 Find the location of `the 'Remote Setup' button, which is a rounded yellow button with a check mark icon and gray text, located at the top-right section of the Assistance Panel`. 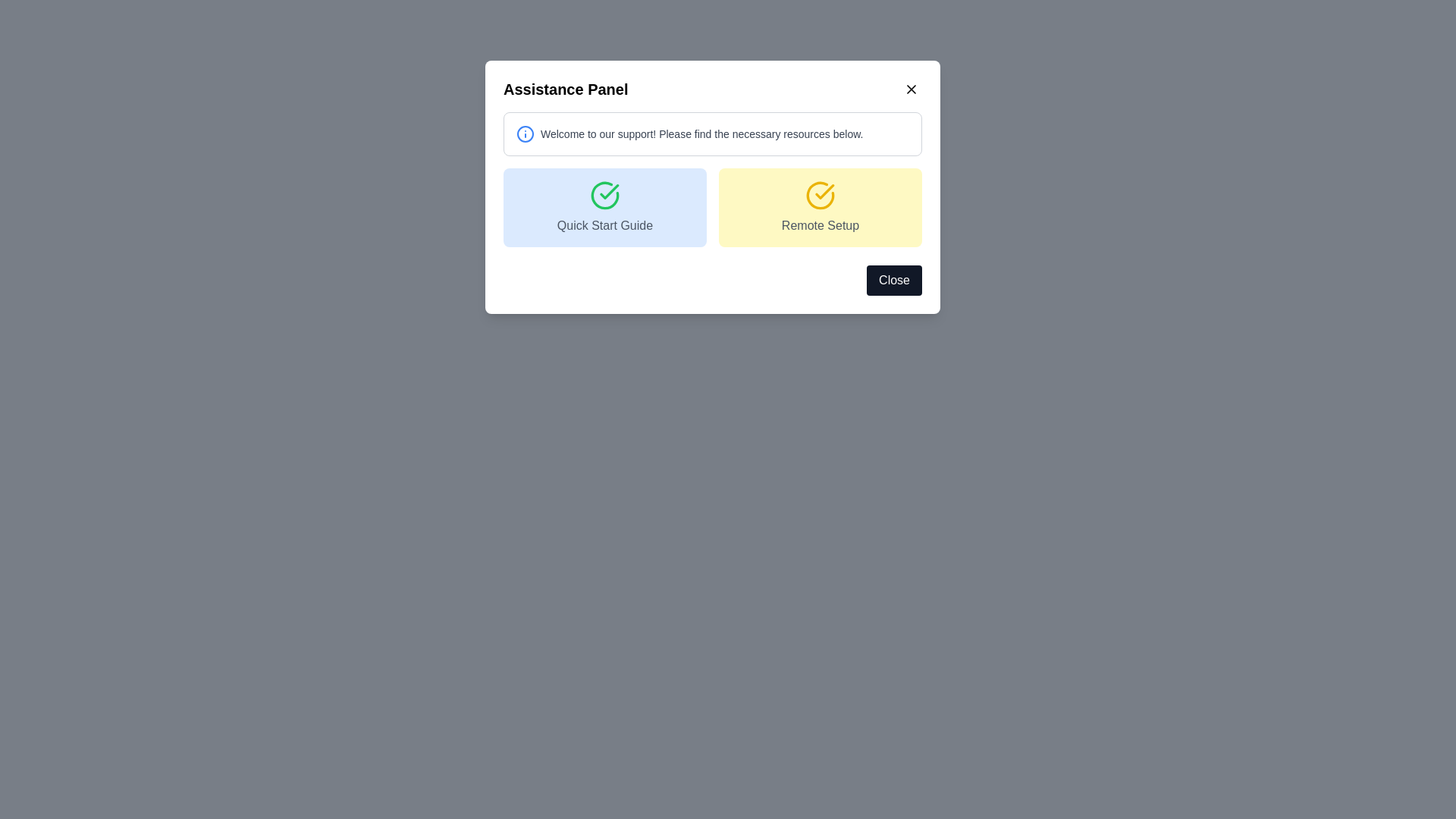

the 'Remote Setup' button, which is a rounded yellow button with a check mark icon and gray text, located at the top-right section of the Assistance Panel is located at coordinates (819, 207).